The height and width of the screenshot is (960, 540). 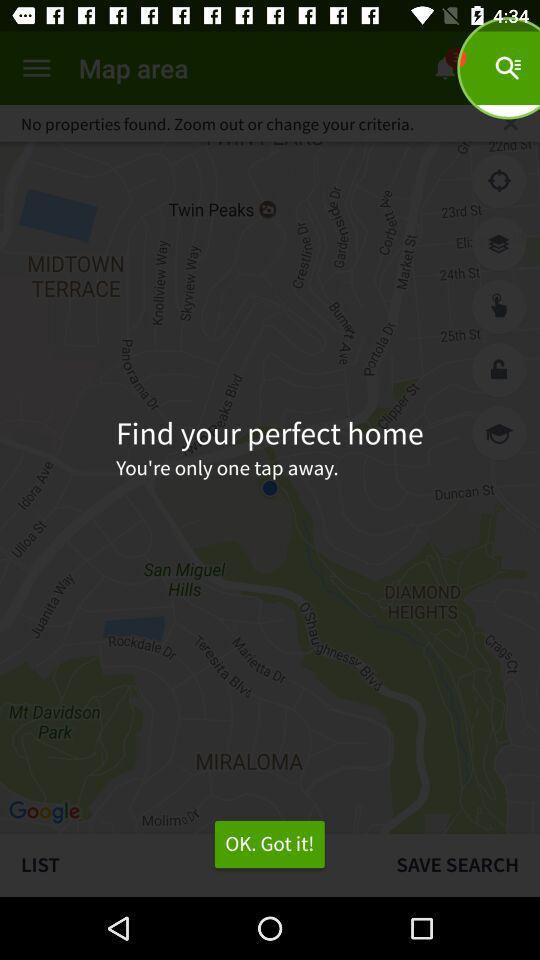 What do you see at coordinates (269, 843) in the screenshot?
I see `icon next to the save search icon` at bounding box center [269, 843].